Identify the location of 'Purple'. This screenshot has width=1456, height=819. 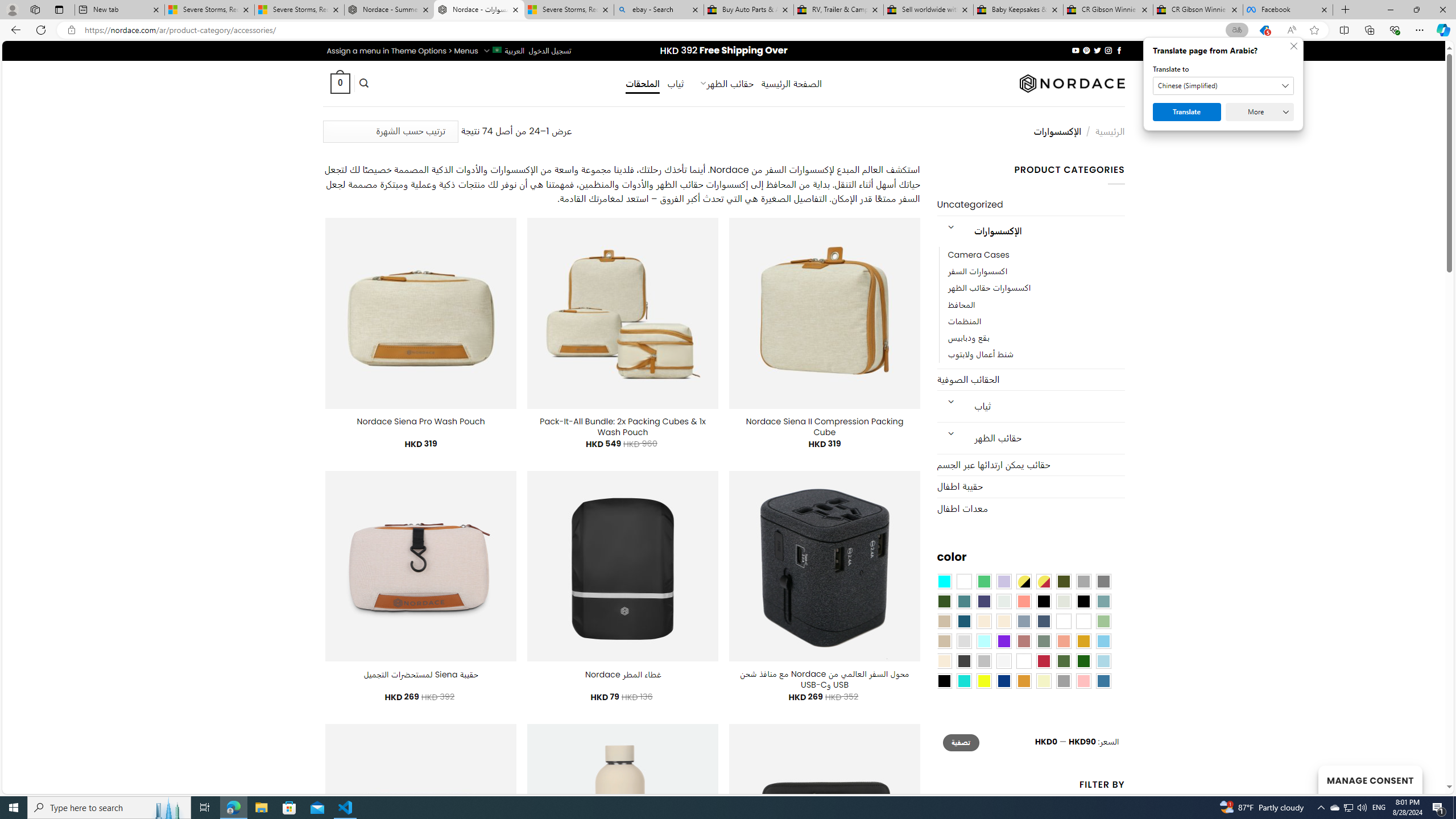
(1004, 640).